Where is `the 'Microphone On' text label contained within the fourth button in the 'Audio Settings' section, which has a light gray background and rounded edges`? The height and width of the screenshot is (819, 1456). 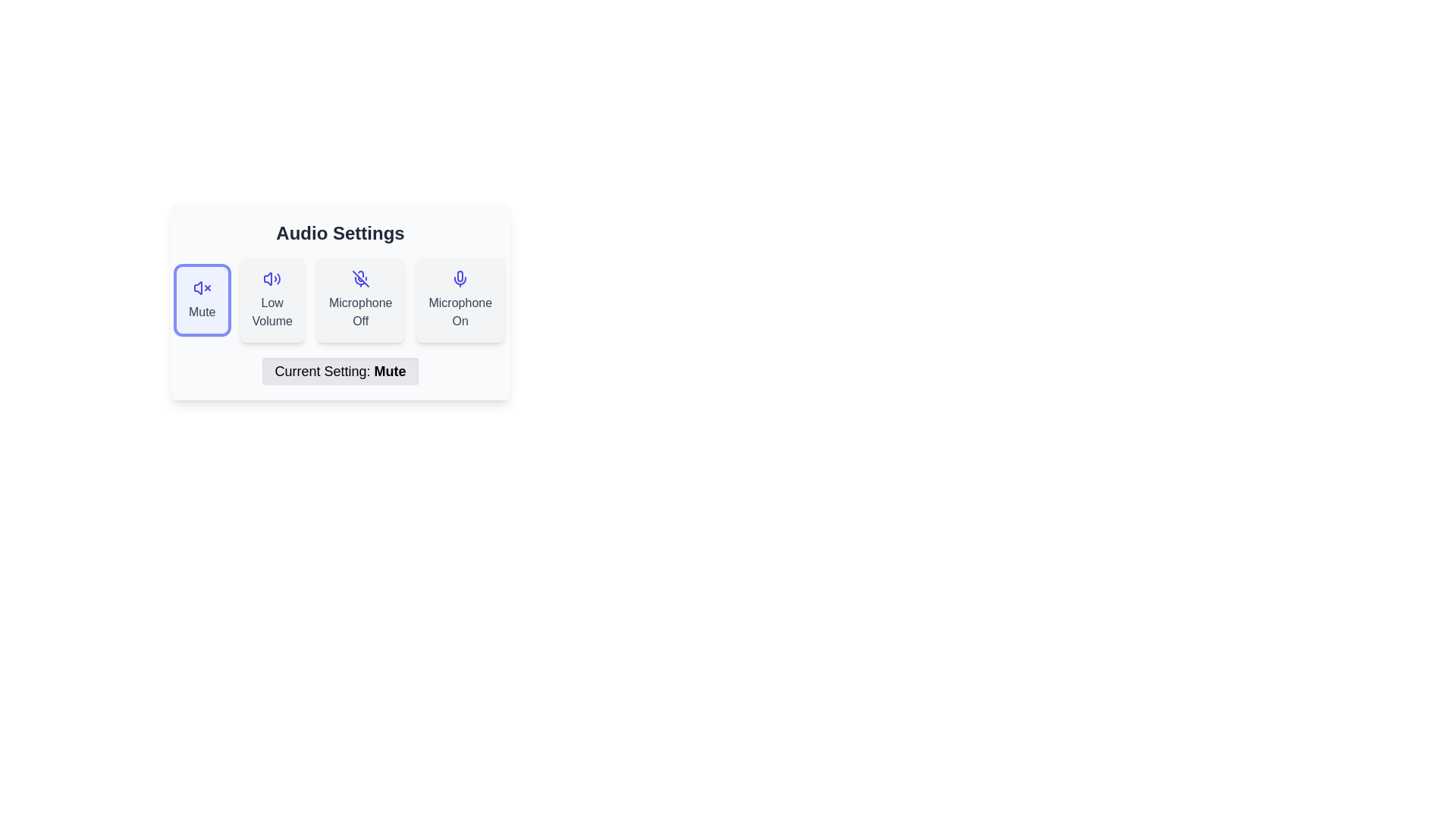
the 'Microphone On' text label contained within the fourth button in the 'Audio Settings' section, which has a light gray background and rounded edges is located at coordinates (460, 312).